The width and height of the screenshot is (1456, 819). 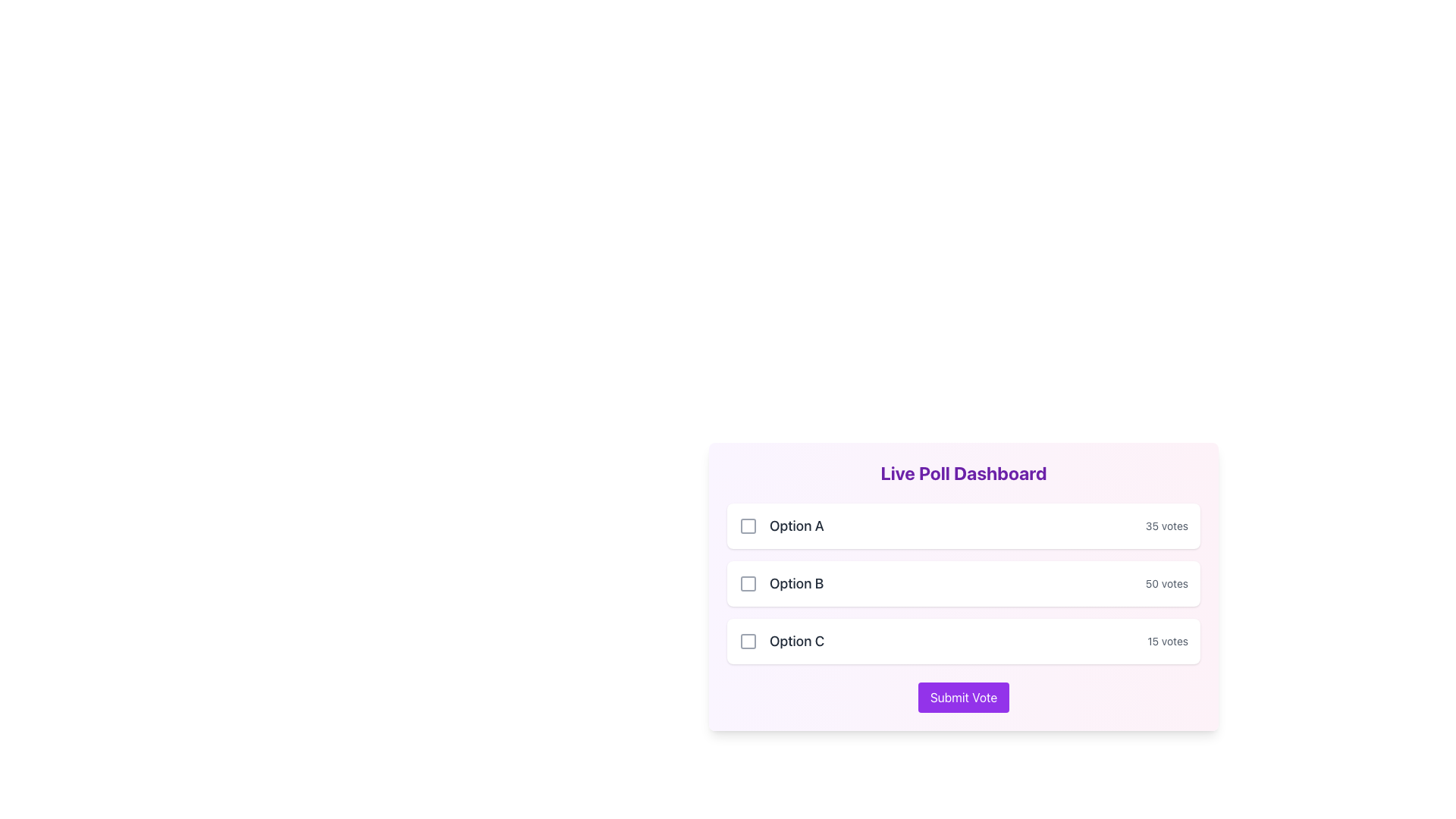 I want to click on the checkbox, so click(x=748, y=526).